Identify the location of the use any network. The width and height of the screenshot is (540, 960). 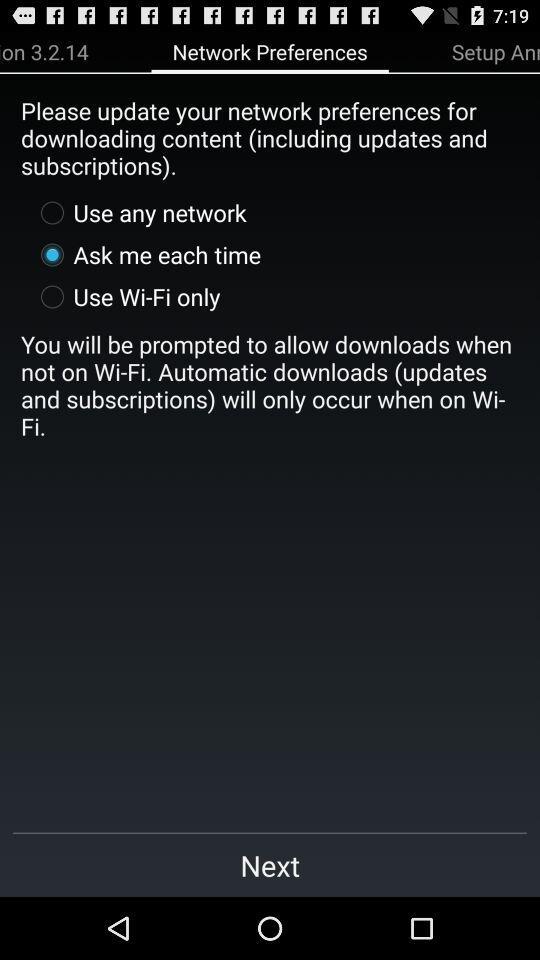
(138, 212).